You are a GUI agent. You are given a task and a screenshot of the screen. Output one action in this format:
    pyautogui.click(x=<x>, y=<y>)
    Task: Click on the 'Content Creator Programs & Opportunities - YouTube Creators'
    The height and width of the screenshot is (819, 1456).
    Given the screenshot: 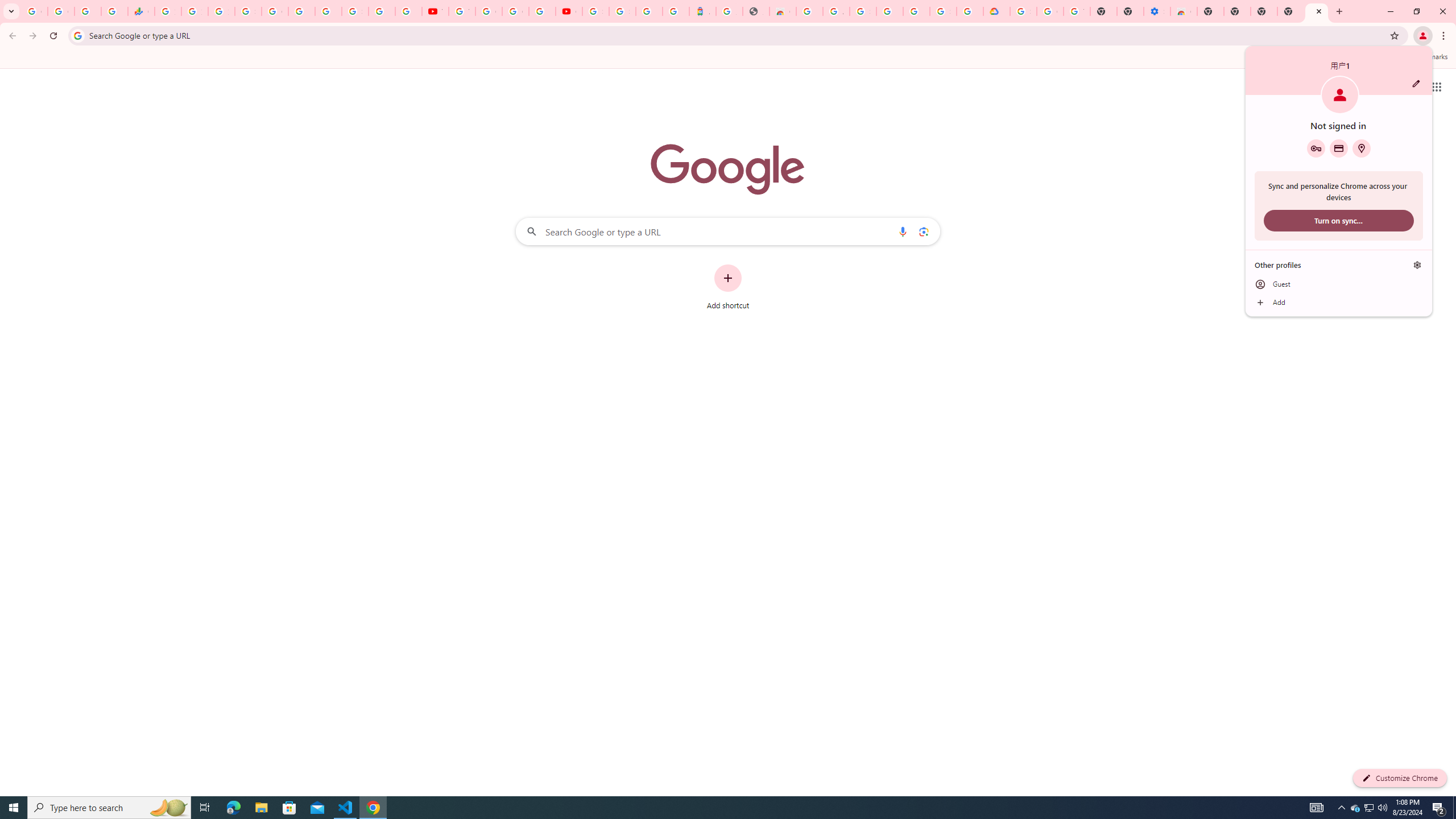 What is the action you would take?
    pyautogui.click(x=568, y=11)
    